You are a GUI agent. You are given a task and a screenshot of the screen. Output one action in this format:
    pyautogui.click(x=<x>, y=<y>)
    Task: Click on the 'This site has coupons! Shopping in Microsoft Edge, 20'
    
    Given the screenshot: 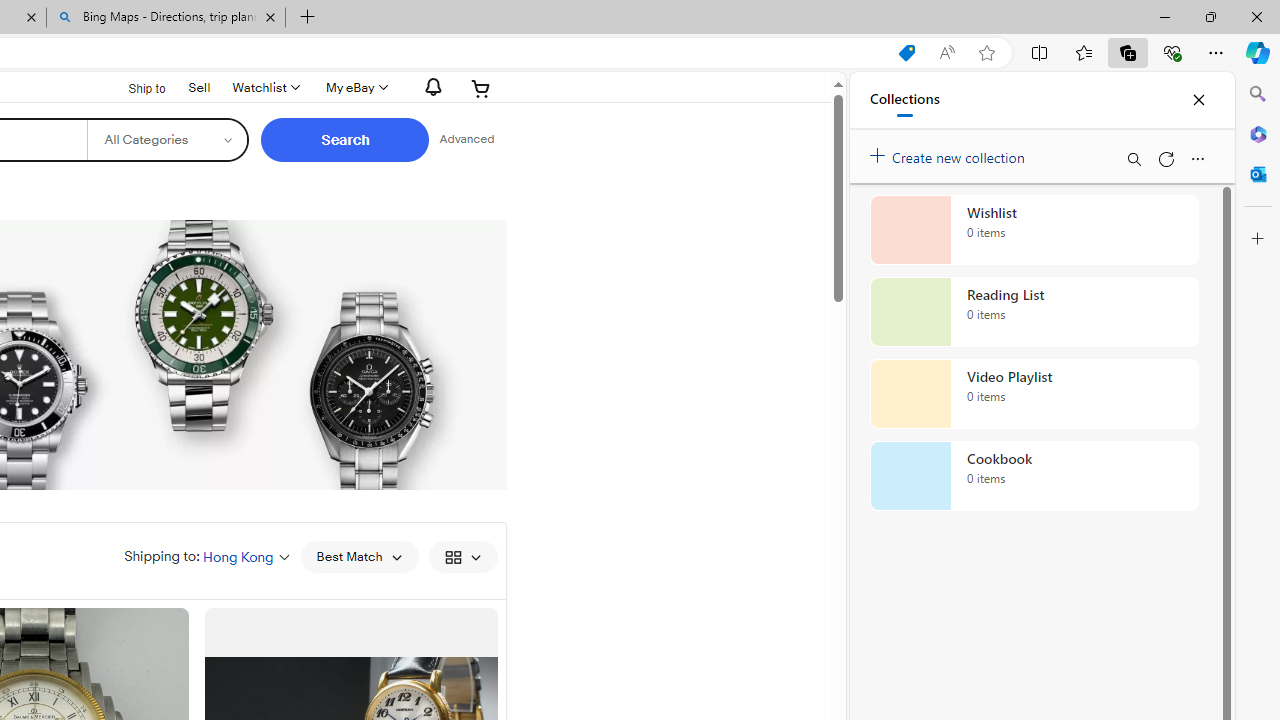 What is the action you would take?
    pyautogui.click(x=905, y=52)
    